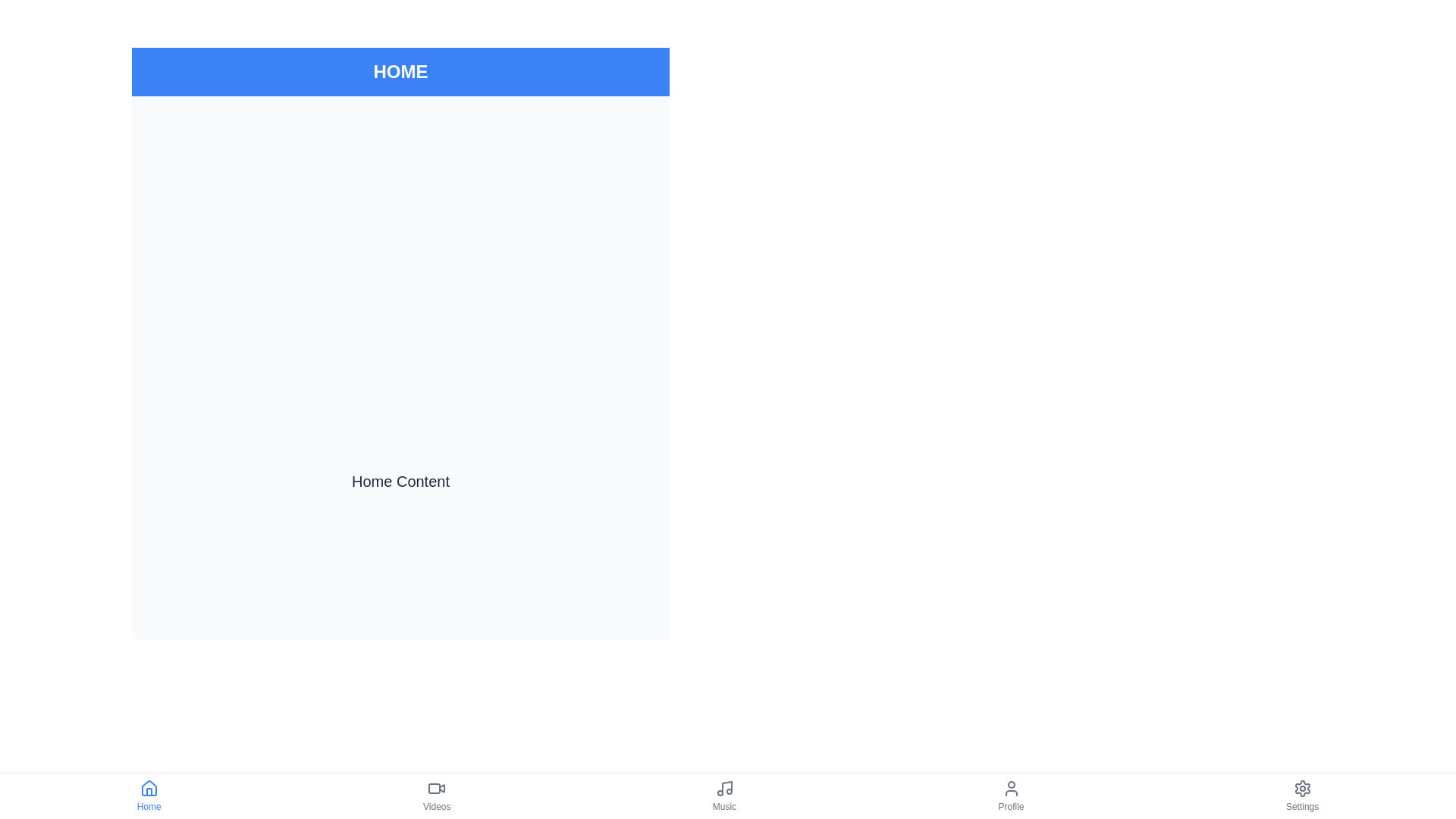 The height and width of the screenshot is (819, 1456). I want to click on the 'Music' tab in the bottom navigation bar, so click(723, 795).